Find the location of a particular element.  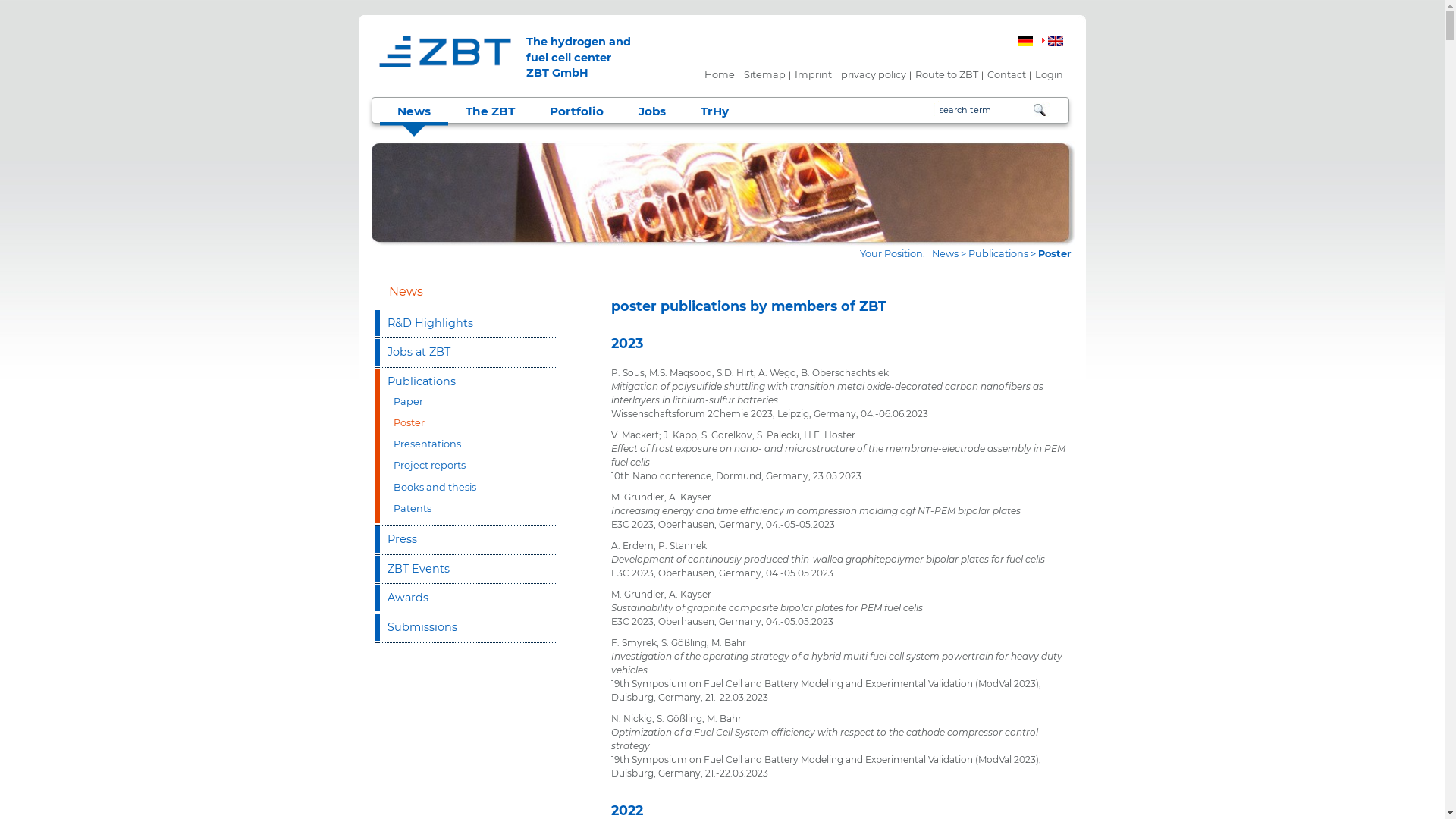

'privacy policy' is located at coordinates (874, 75).